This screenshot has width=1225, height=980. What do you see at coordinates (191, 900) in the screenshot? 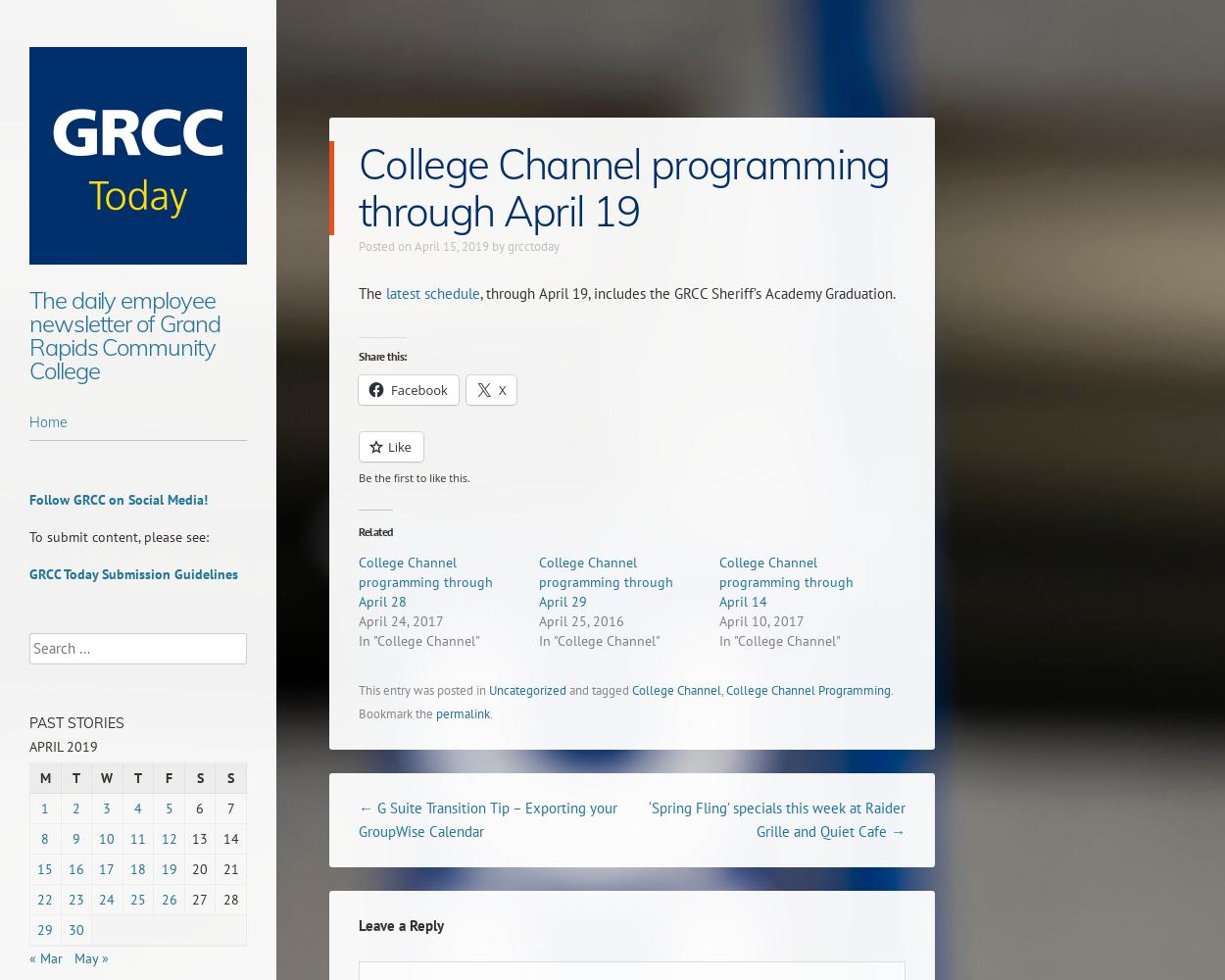
I see `'27'` at bounding box center [191, 900].